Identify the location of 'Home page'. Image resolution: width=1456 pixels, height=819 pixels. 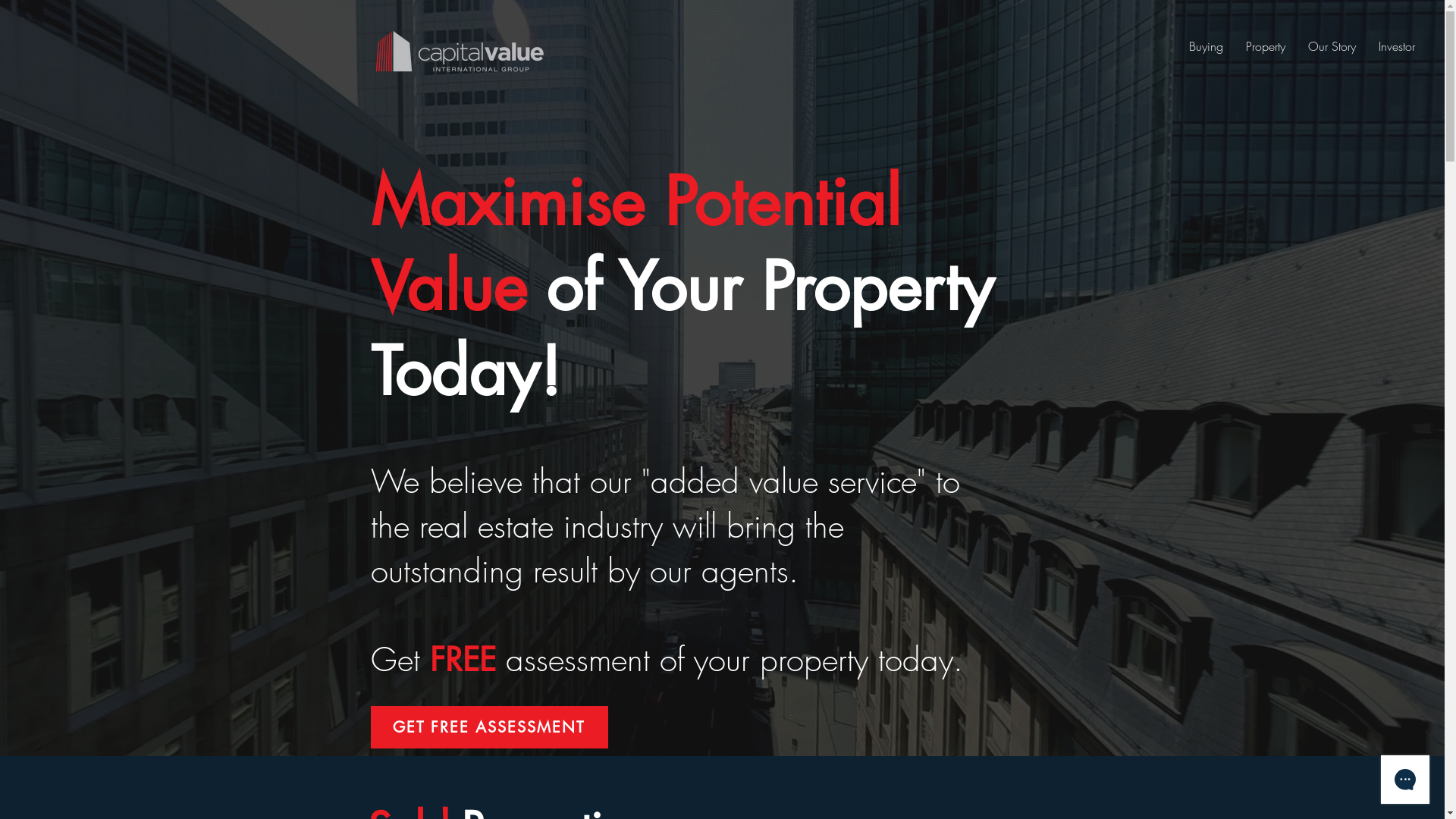
(457, 50).